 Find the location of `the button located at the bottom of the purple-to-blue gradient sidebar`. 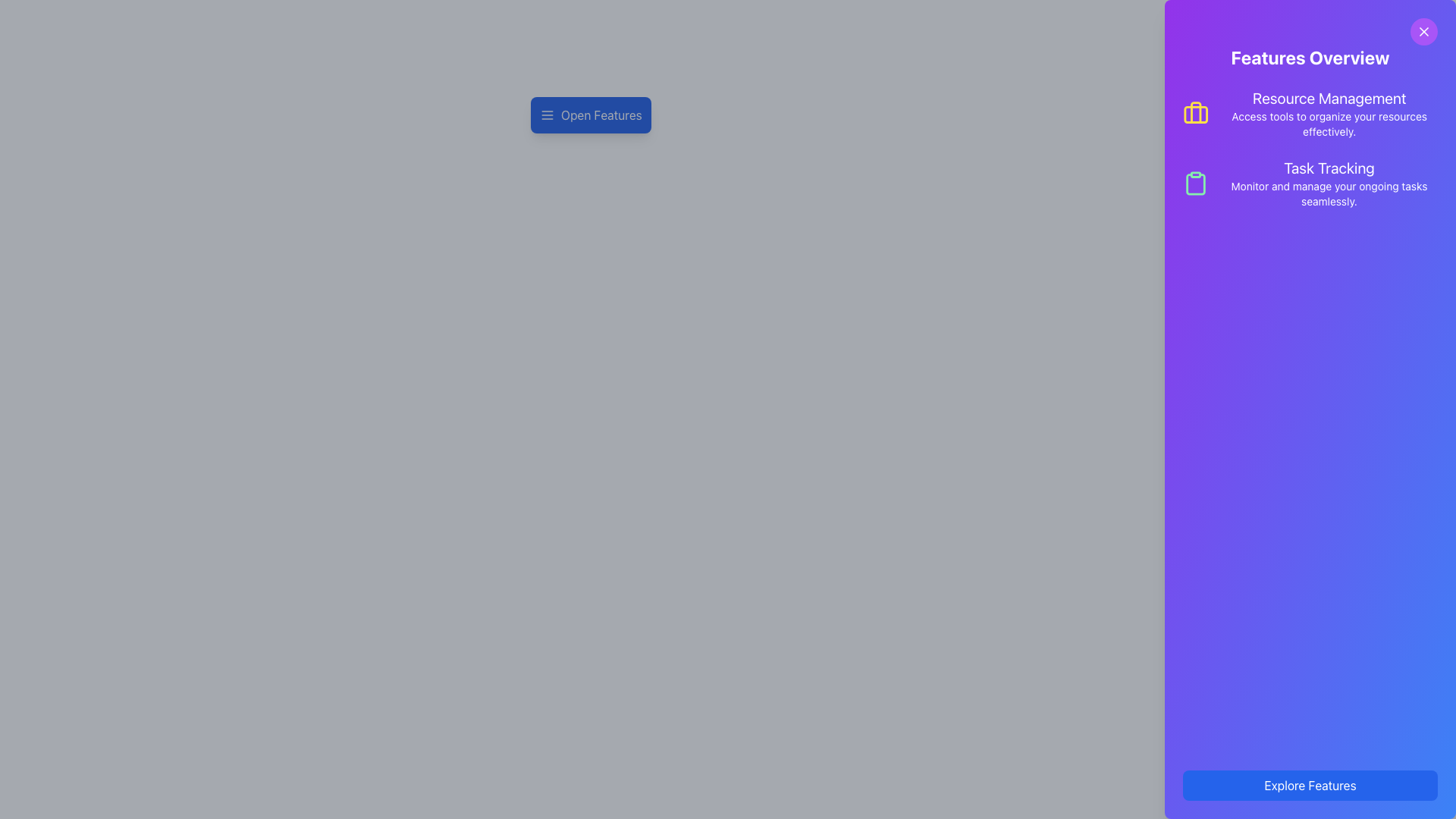

the button located at the bottom of the purple-to-blue gradient sidebar is located at coordinates (1310, 785).